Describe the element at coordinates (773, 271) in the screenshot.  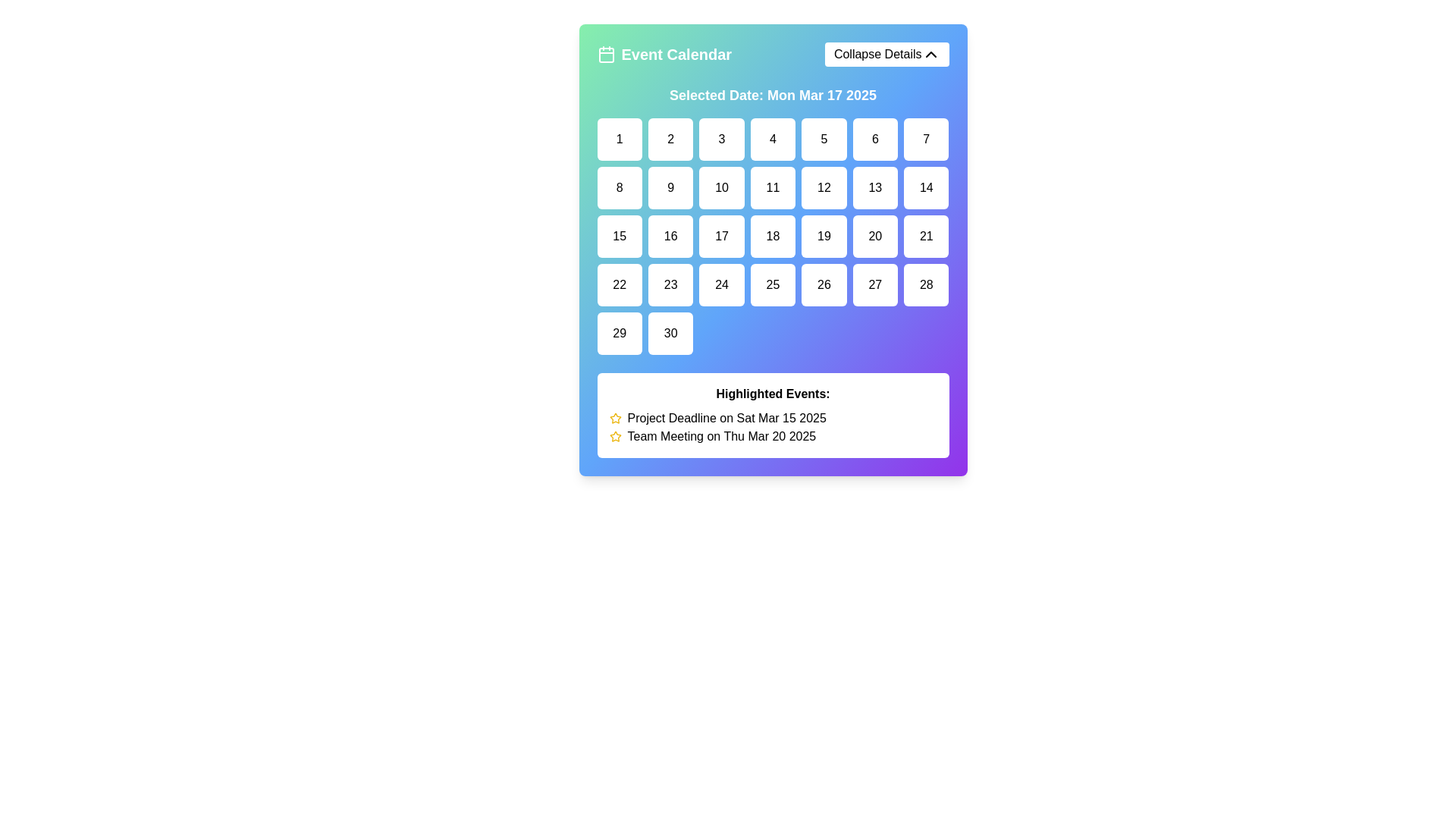
I see `the calendar cells in the calendar component displayed under the header 'Selected Date: Mon Mar 17 2025'` at that location.